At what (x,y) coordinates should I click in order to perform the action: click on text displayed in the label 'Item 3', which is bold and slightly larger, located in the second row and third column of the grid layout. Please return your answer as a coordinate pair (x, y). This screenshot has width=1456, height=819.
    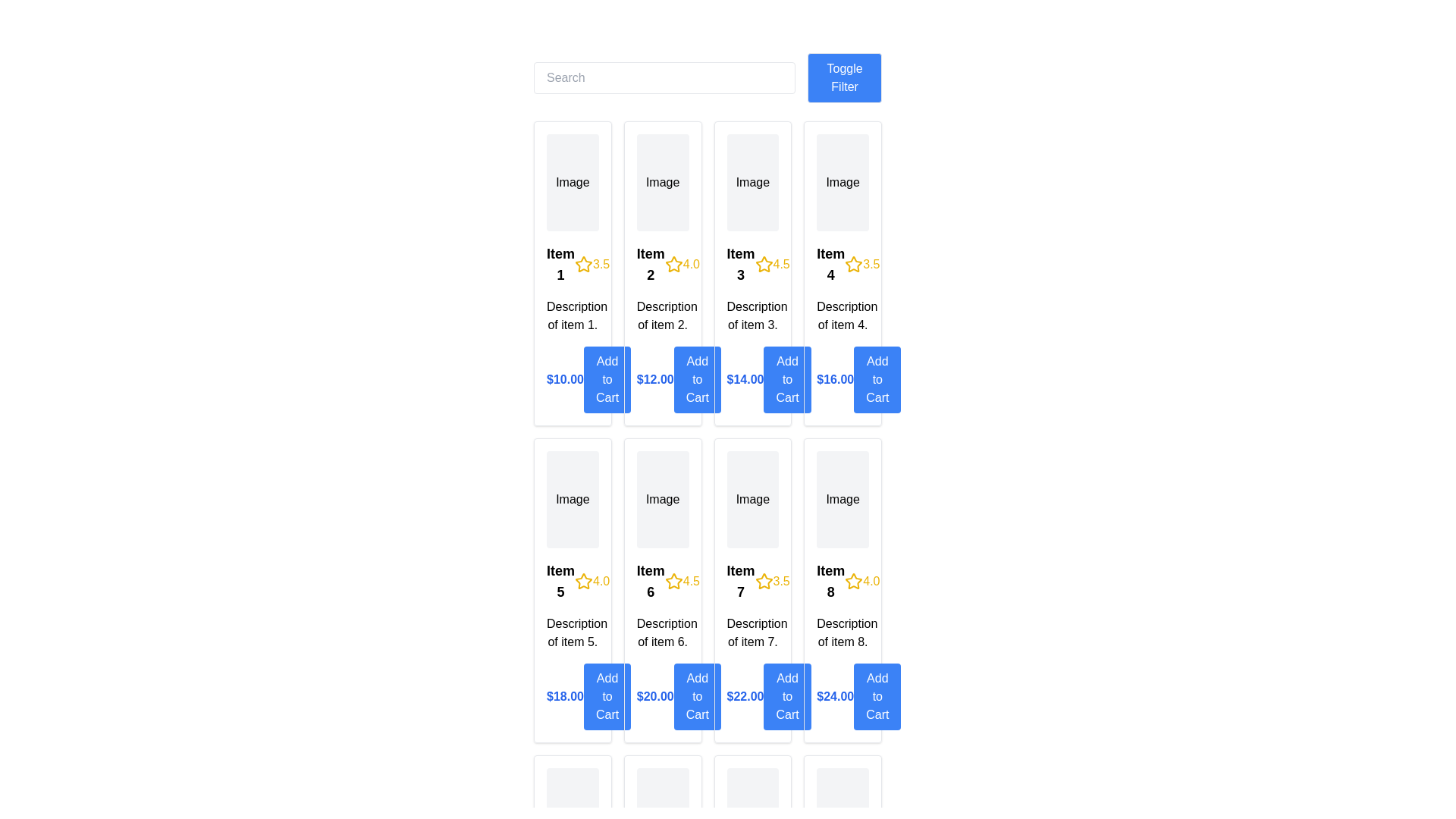
    Looking at the image, I should click on (741, 263).